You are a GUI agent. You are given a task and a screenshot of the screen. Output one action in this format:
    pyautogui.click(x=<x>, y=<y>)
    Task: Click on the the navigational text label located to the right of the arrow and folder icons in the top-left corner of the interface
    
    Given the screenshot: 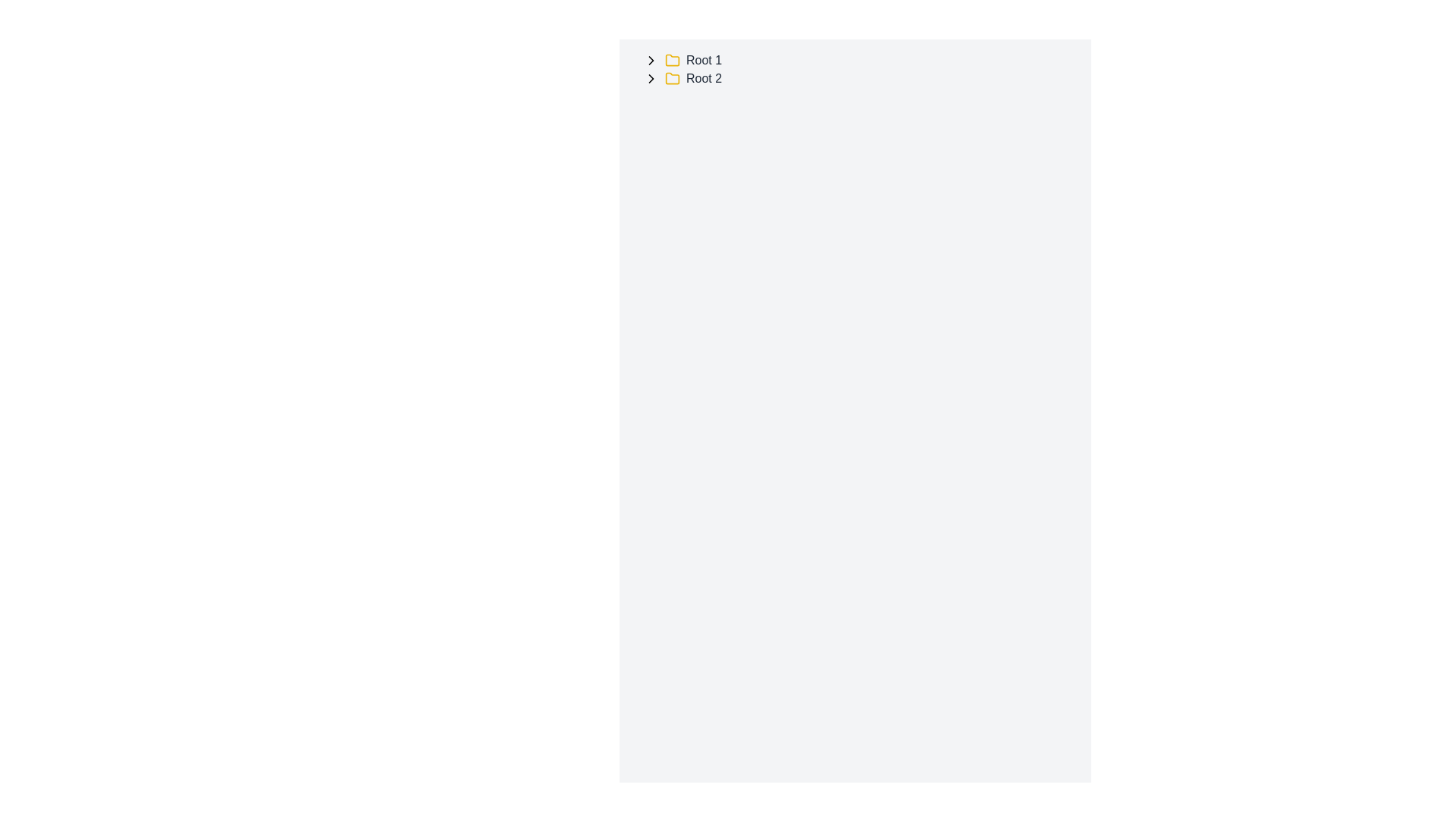 What is the action you would take?
    pyautogui.click(x=703, y=79)
    